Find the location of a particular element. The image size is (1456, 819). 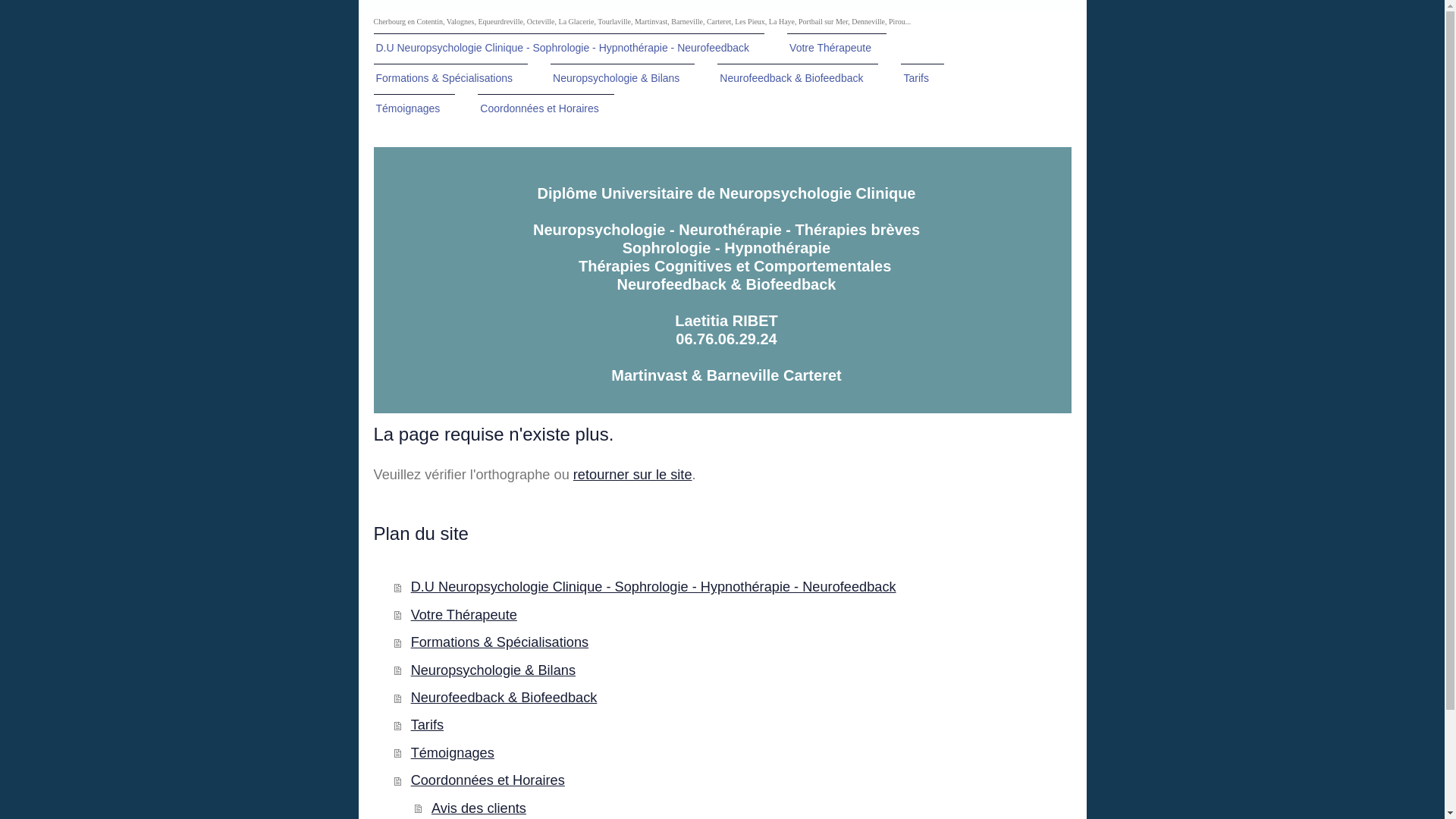

'Neurofeedback & Biofeedback' is located at coordinates (796, 79).